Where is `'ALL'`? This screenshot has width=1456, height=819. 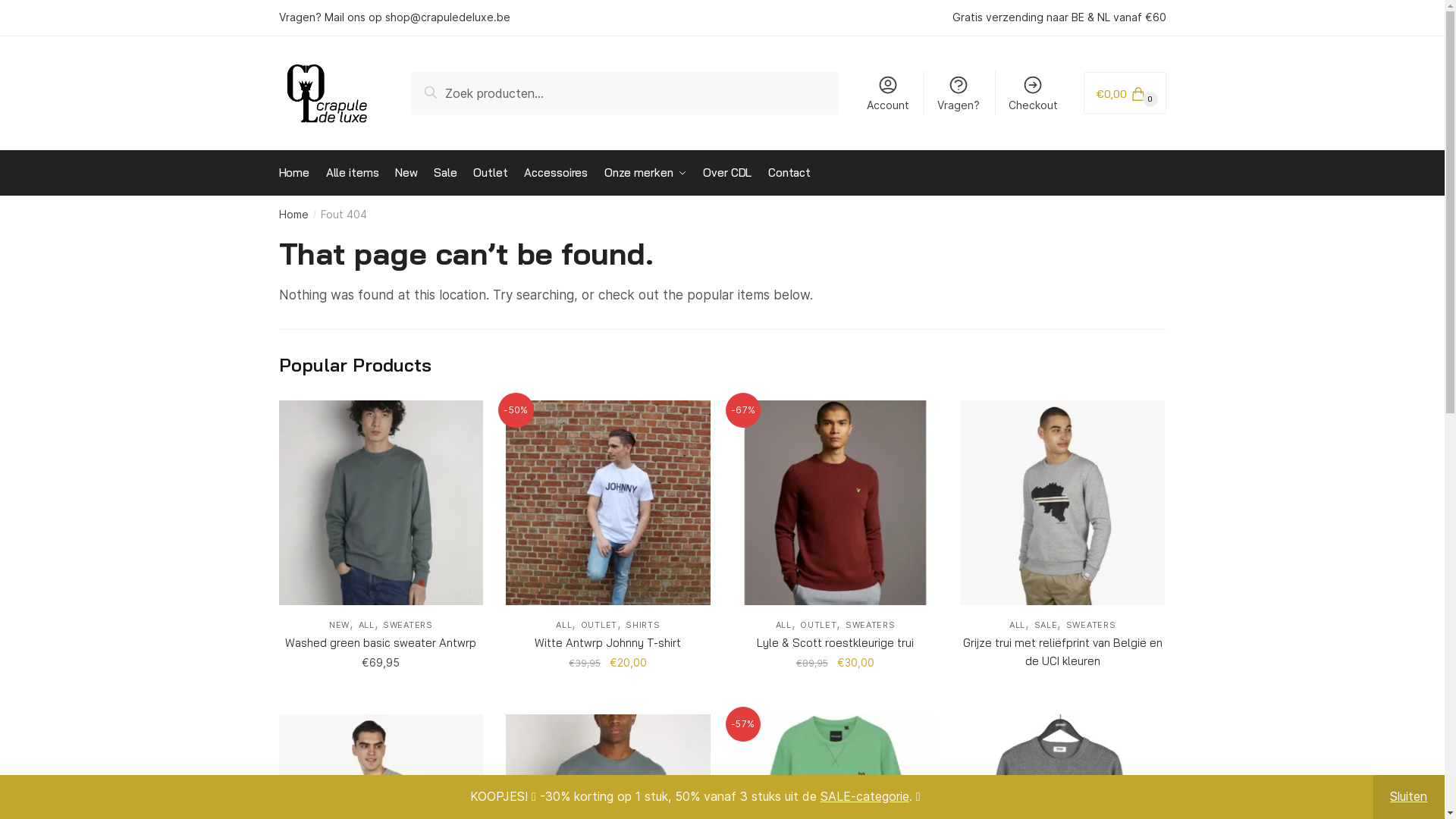
'ALL' is located at coordinates (1017, 625).